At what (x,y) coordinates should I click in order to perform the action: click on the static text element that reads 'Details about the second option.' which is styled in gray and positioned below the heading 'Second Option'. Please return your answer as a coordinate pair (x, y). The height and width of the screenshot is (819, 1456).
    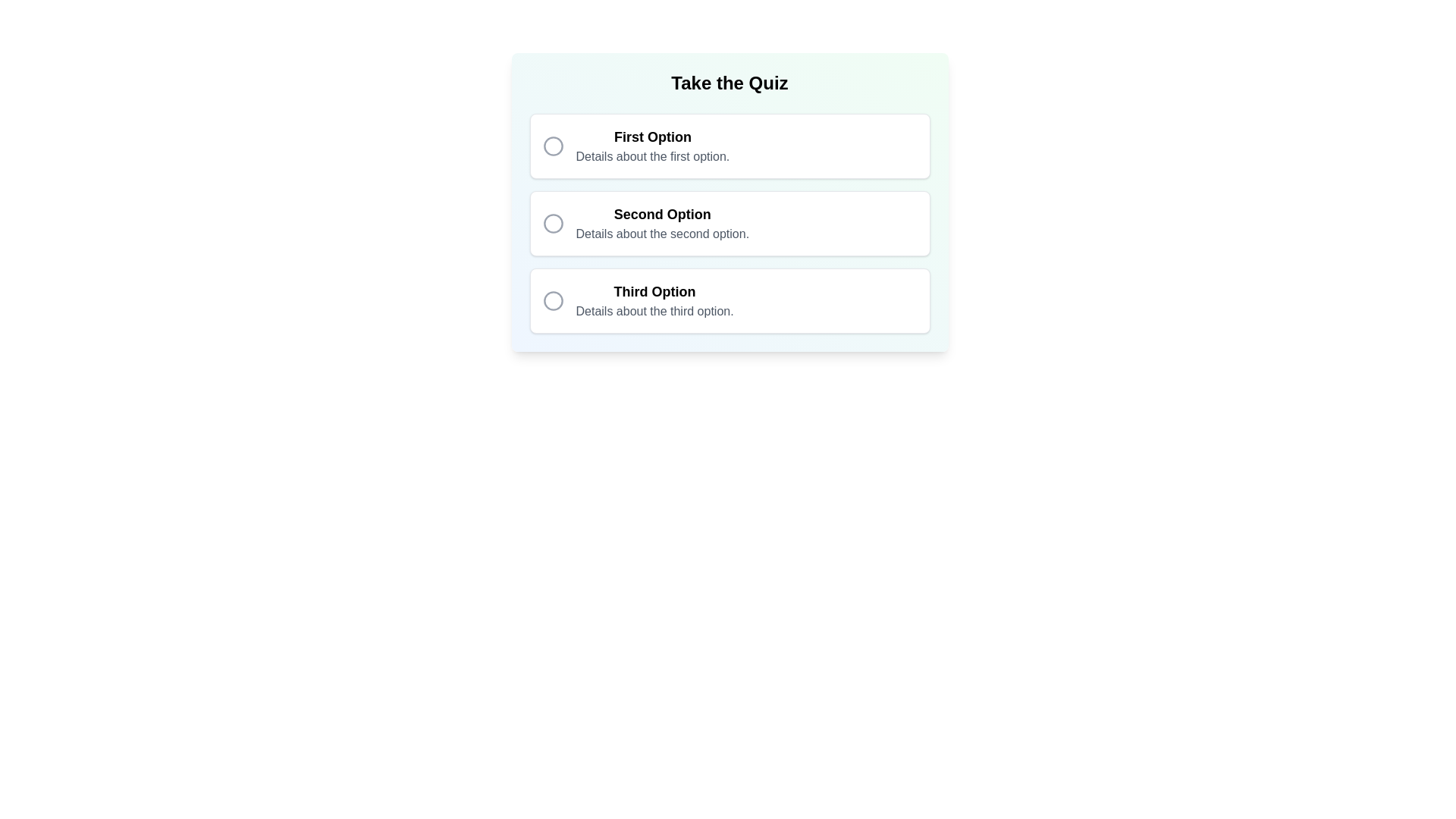
    Looking at the image, I should click on (662, 234).